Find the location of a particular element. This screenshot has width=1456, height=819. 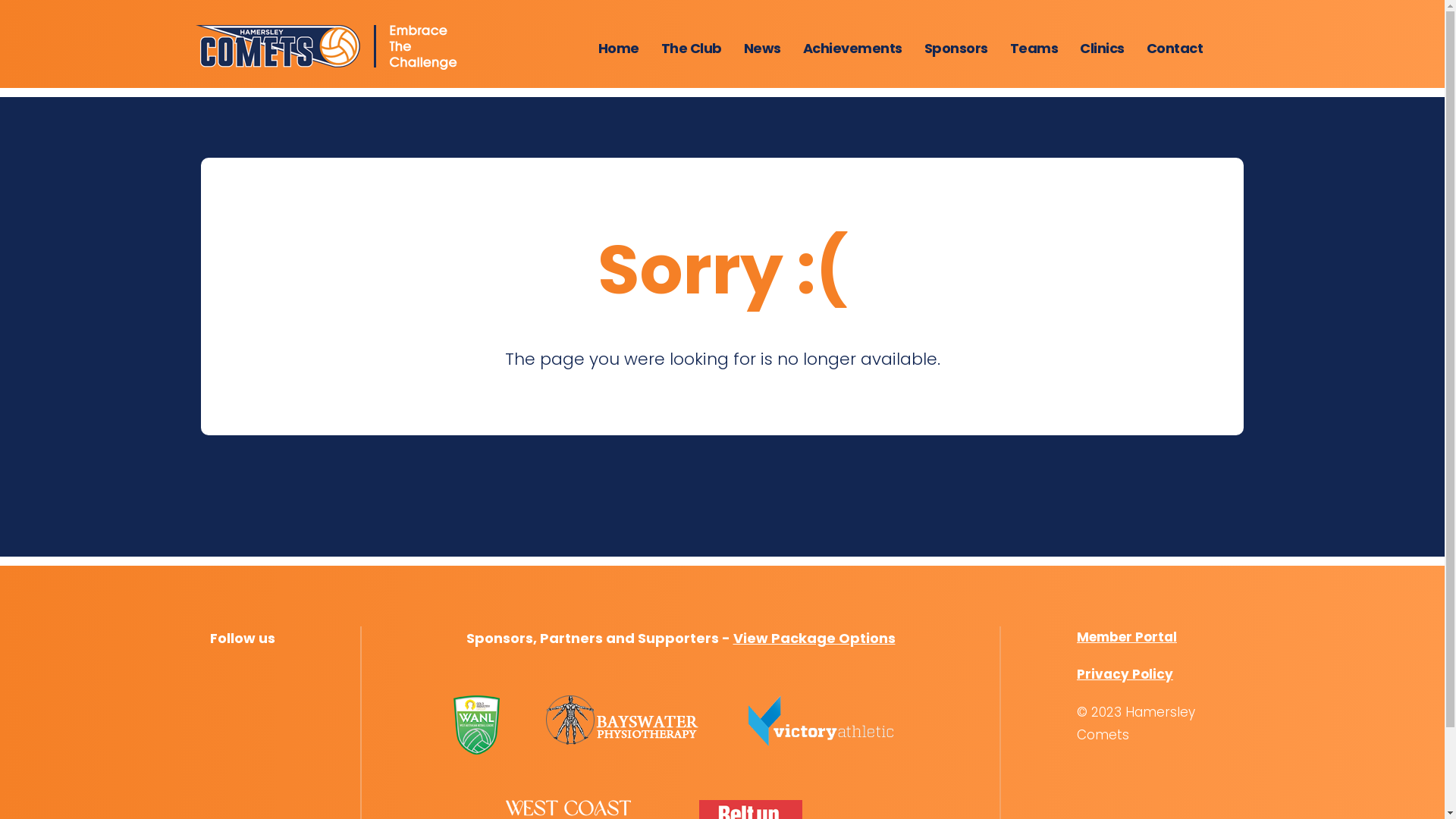

'Privacy Policy' is located at coordinates (1125, 673).